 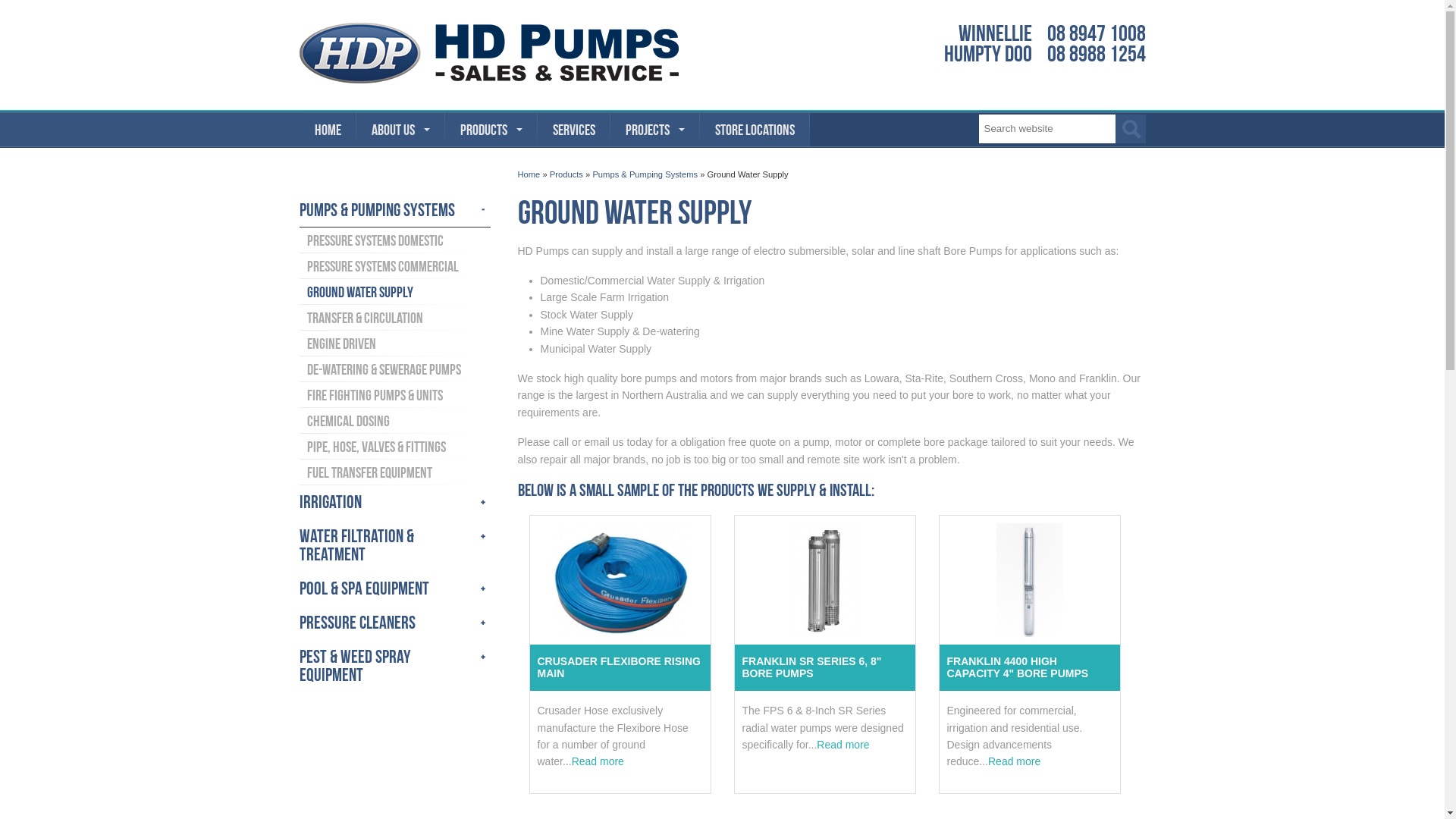 I want to click on 'PRODUCTS', so click(x=491, y=128).